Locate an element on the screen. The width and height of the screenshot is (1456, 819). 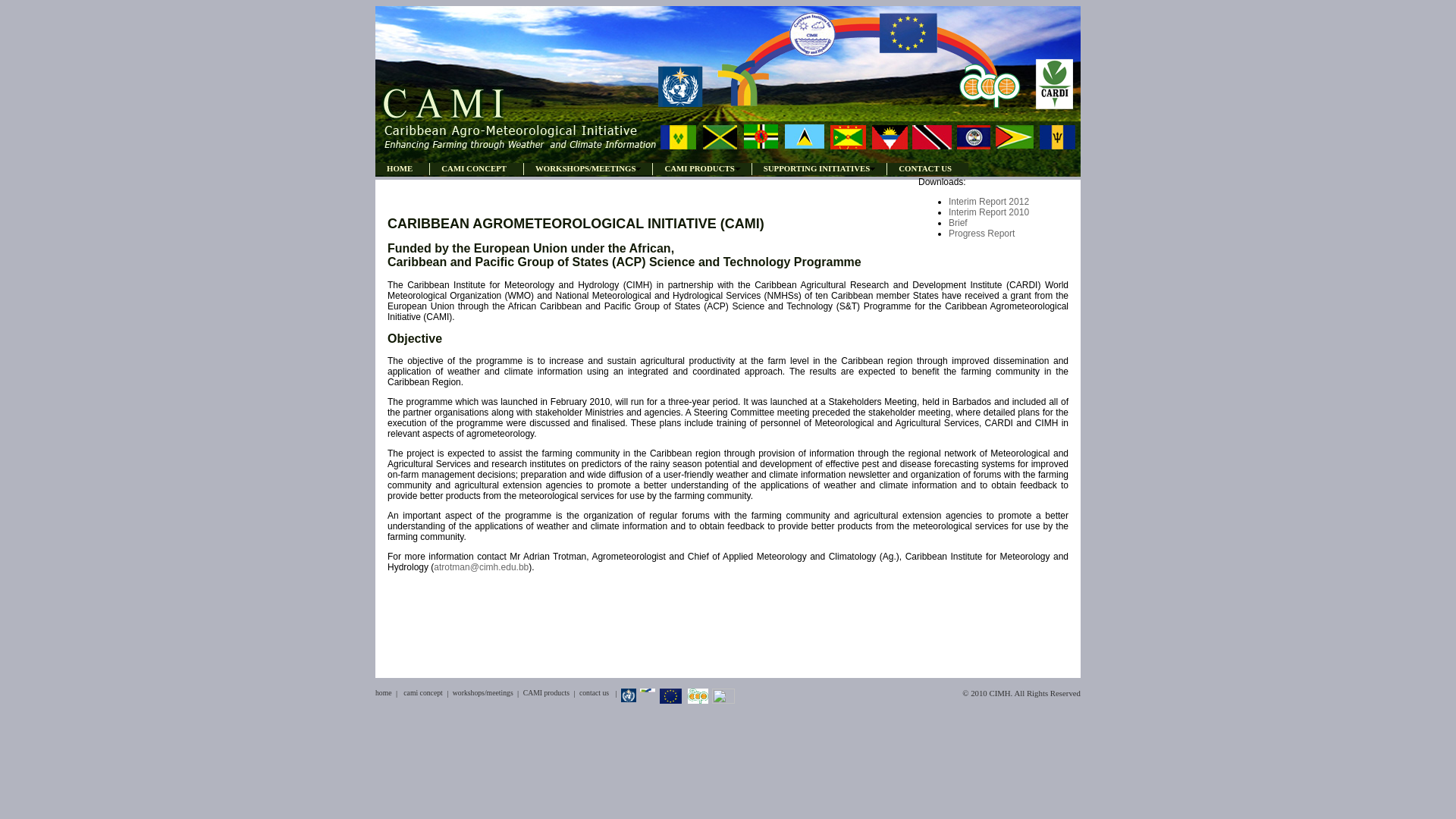
'Progress Report' is located at coordinates (981, 234).